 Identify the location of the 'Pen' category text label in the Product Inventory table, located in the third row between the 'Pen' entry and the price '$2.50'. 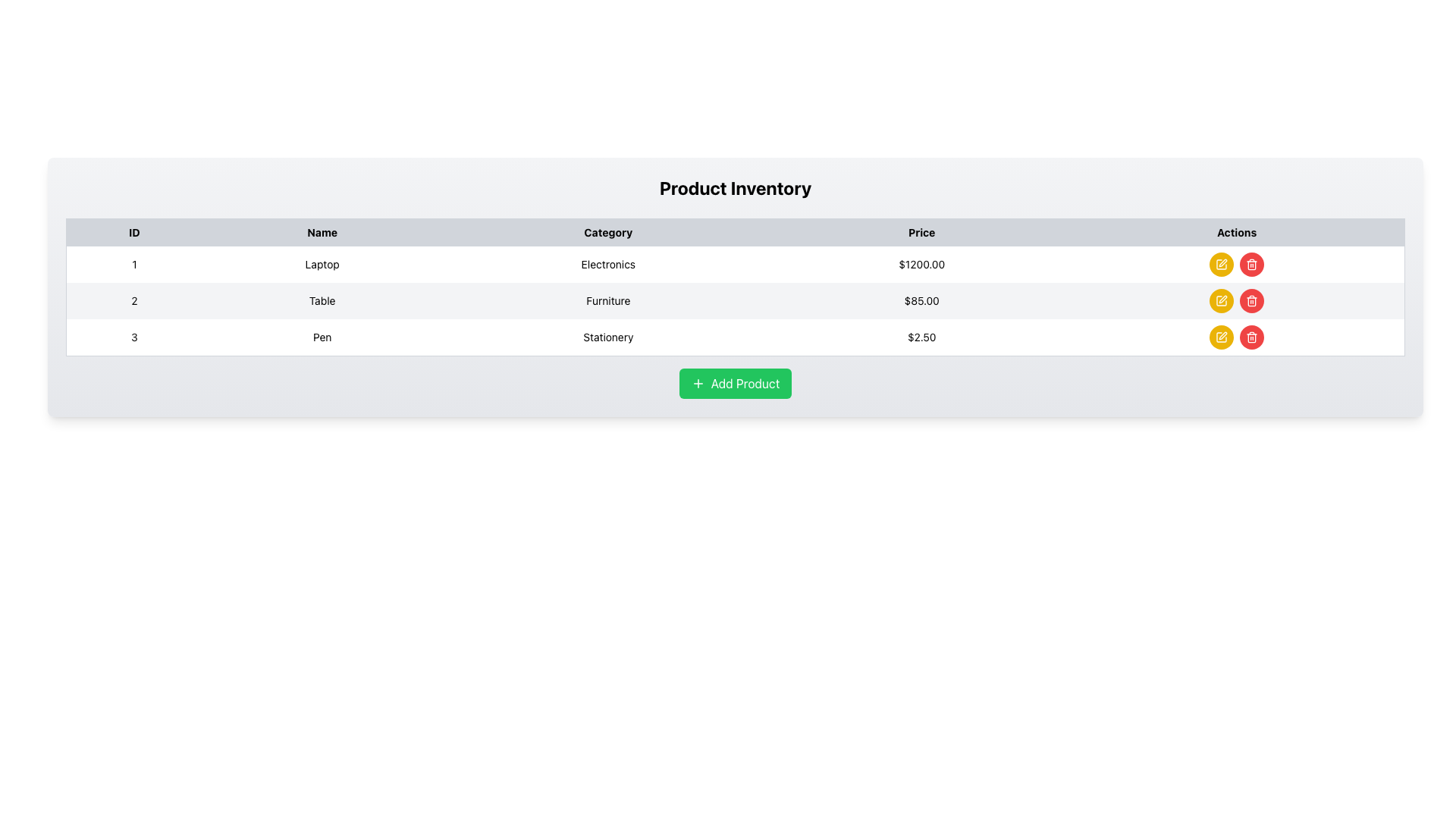
(608, 337).